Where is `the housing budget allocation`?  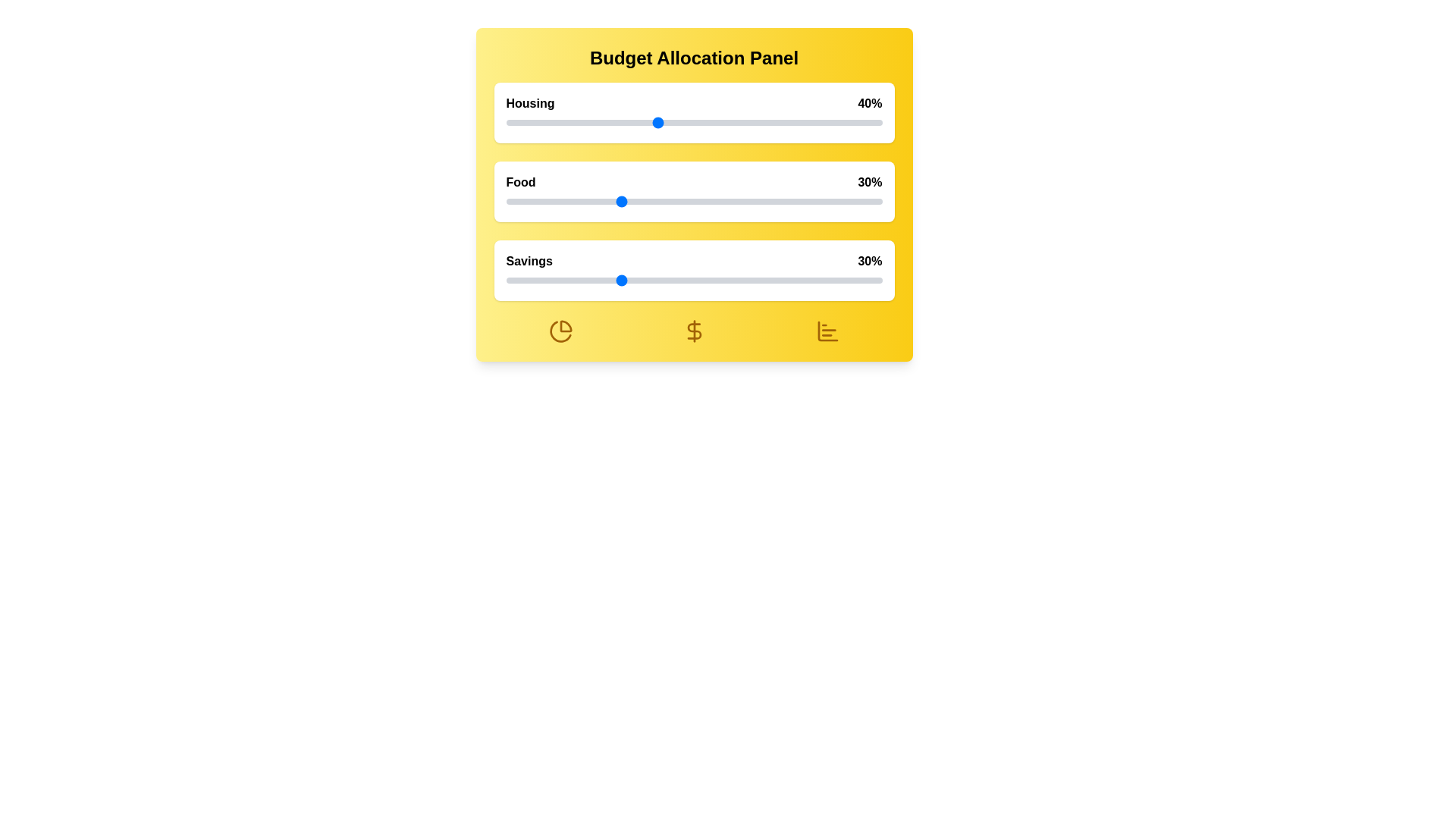
the housing budget allocation is located at coordinates (584, 122).